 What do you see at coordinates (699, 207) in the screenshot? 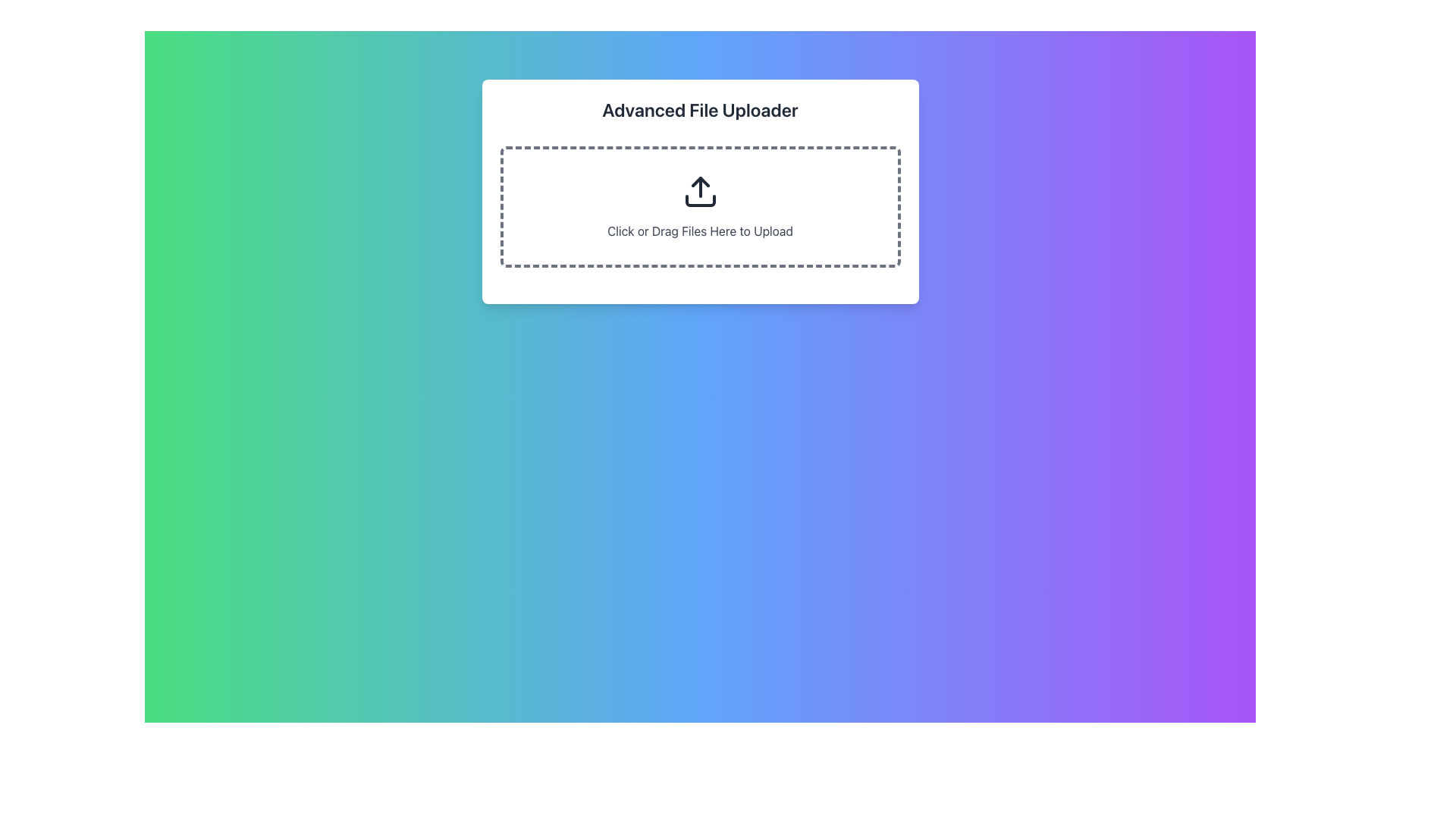
I see `the File Upload Zone, which is a bordered rectangular area with dashed gray lines and an upward arrow icon` at bounding box center [699, 207].